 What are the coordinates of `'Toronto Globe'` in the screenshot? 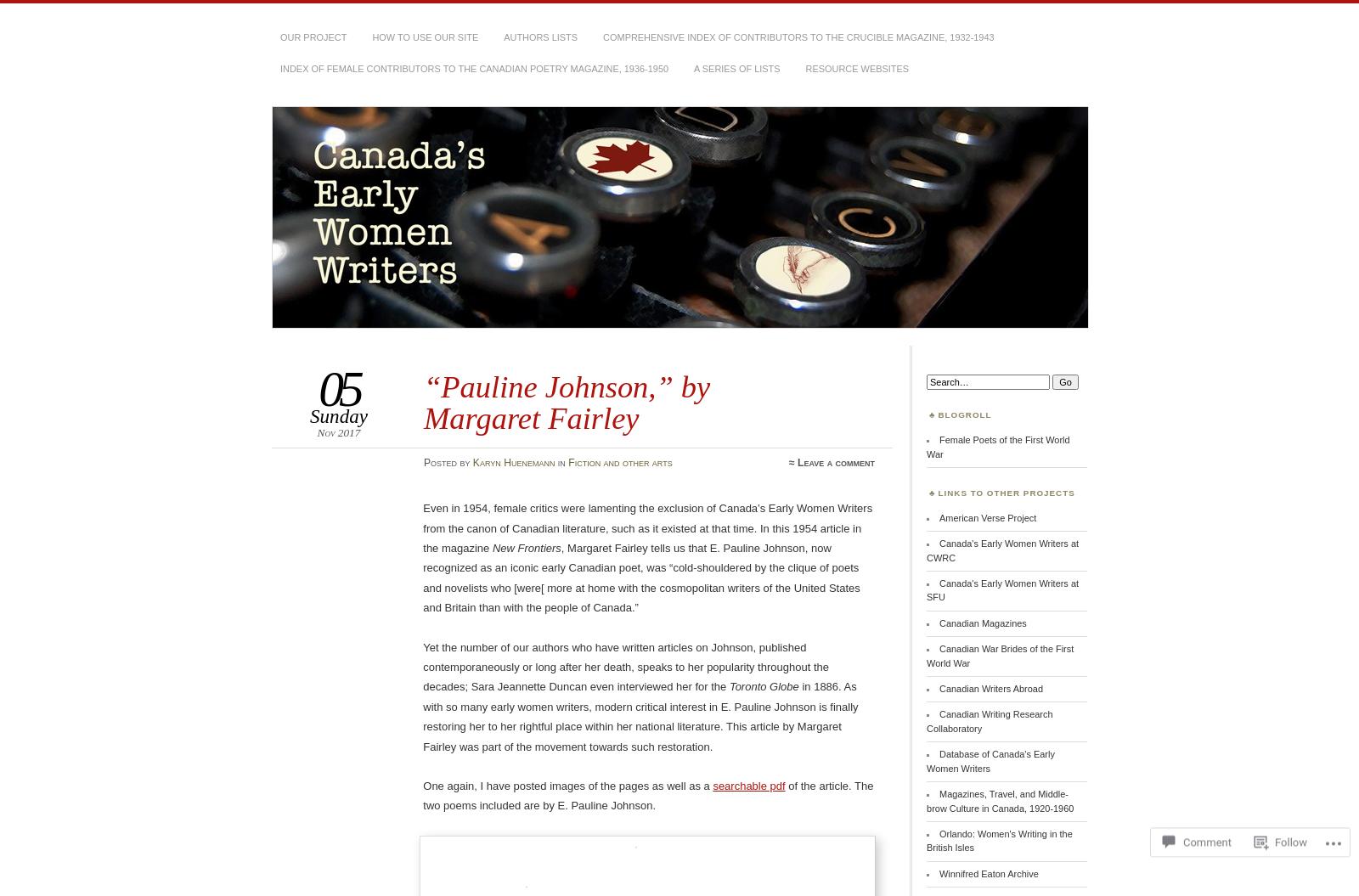 It's located at (728, 685).